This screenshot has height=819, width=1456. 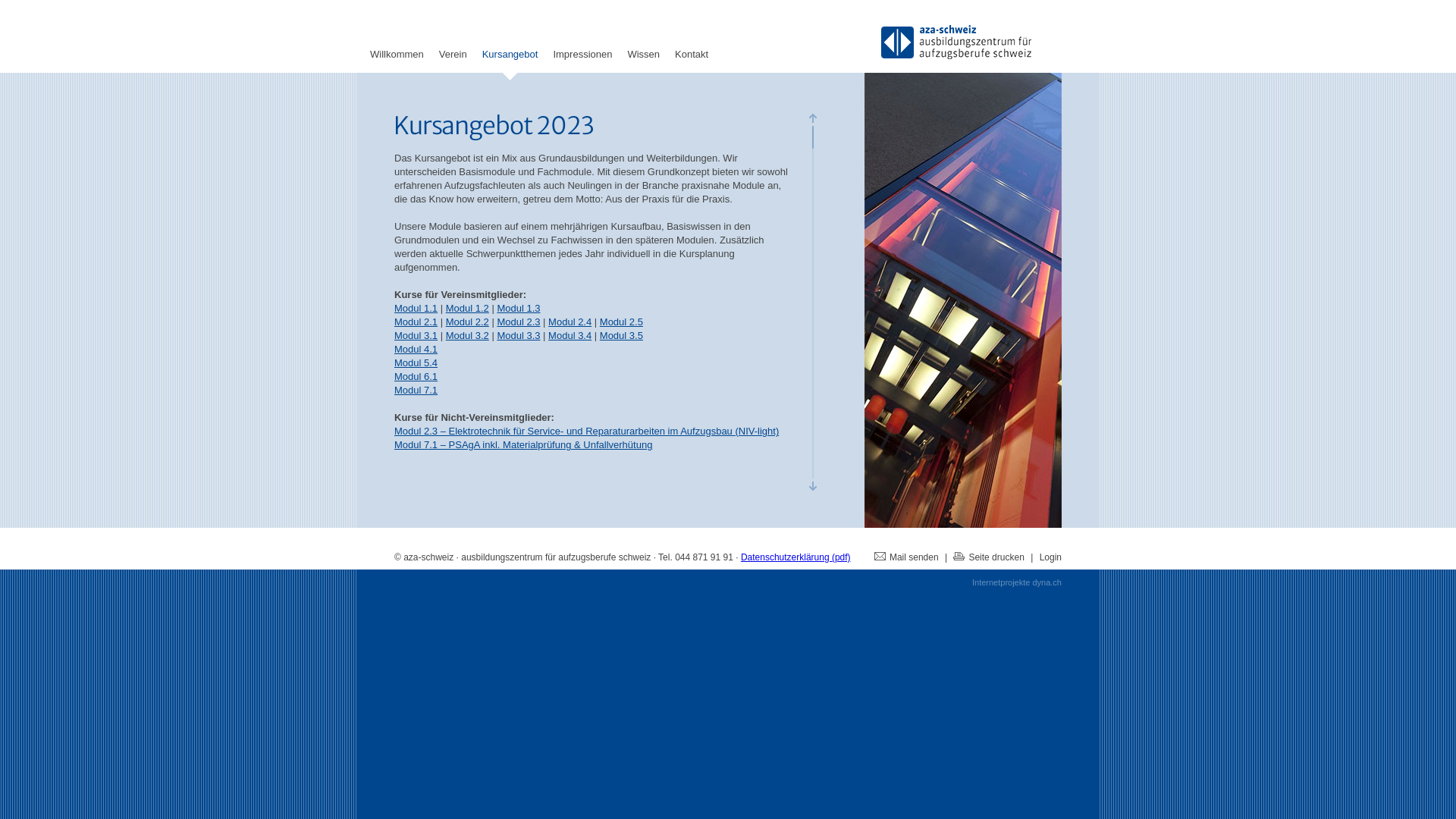 What do you see at coordinates (691, 67) in the screenshot?
I see `'Kontakt'` at bounding box center [691, 67].